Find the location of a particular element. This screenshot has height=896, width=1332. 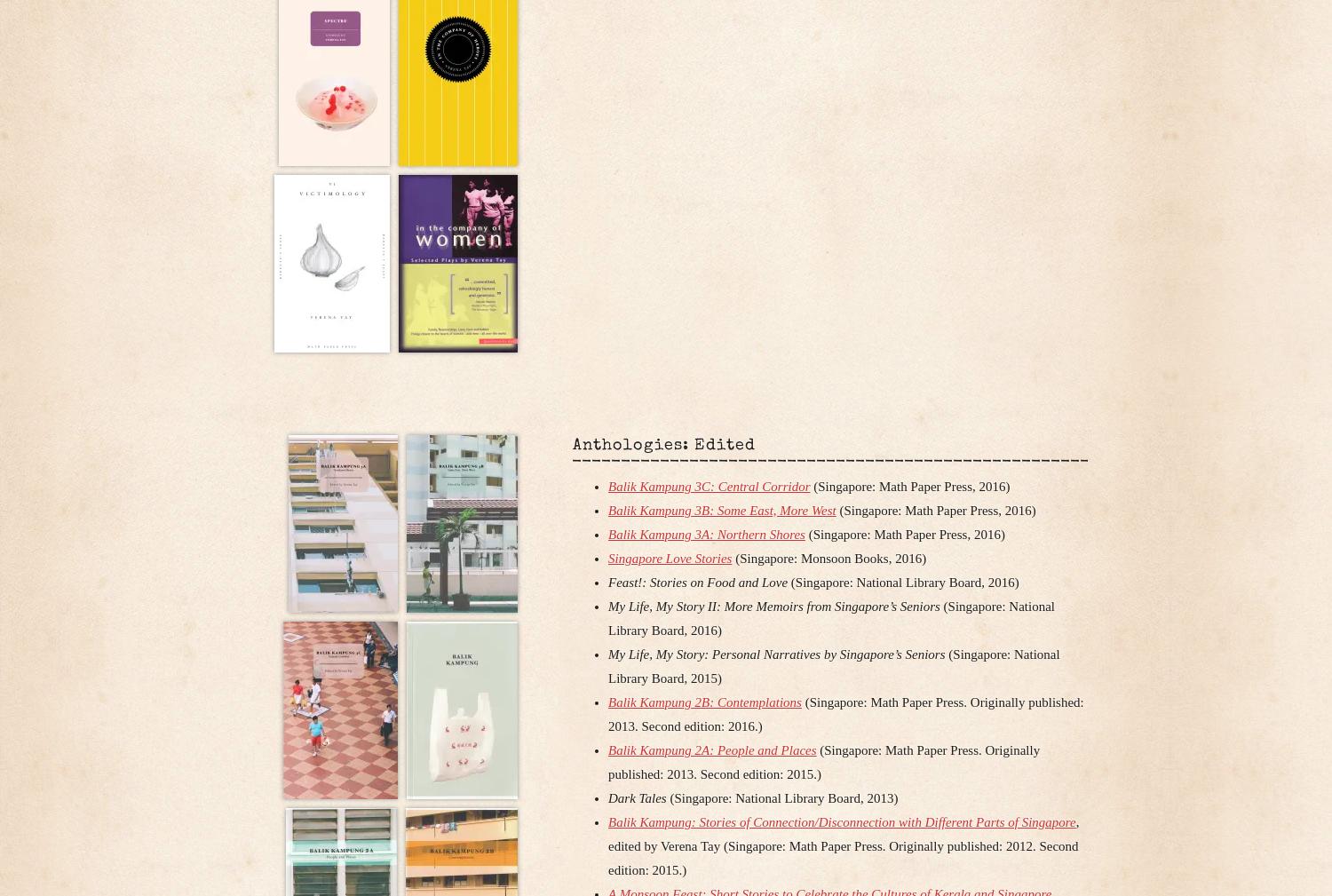

'(Singapore: Math Paper Press. Originally published: 2013. Second edition: 2015.)' is located at coordinates (824, 761).